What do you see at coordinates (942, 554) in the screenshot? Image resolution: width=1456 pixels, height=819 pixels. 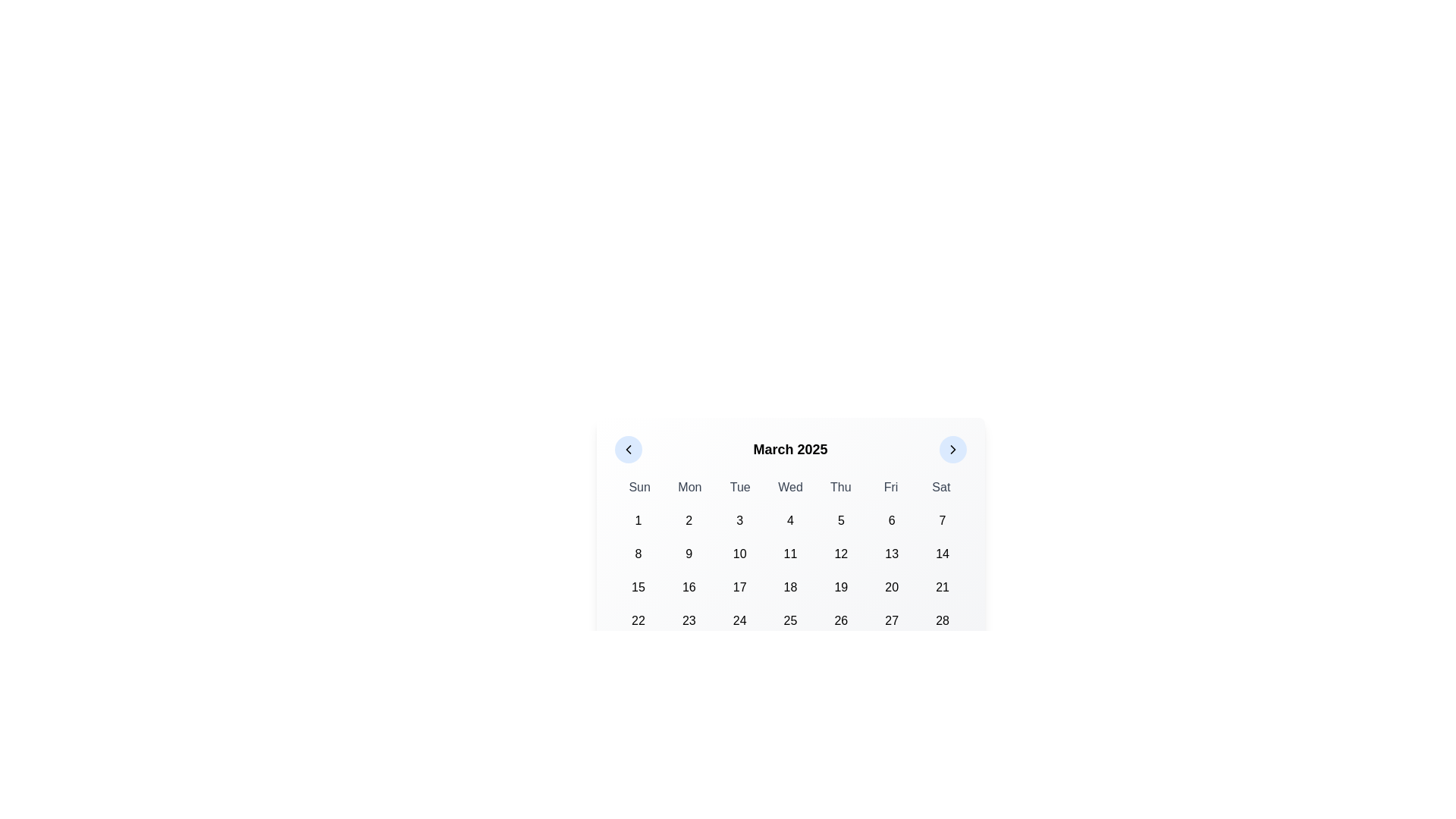 I see `the button containing the numeral '14' with rounded corners` at bounding box center [942, 554].